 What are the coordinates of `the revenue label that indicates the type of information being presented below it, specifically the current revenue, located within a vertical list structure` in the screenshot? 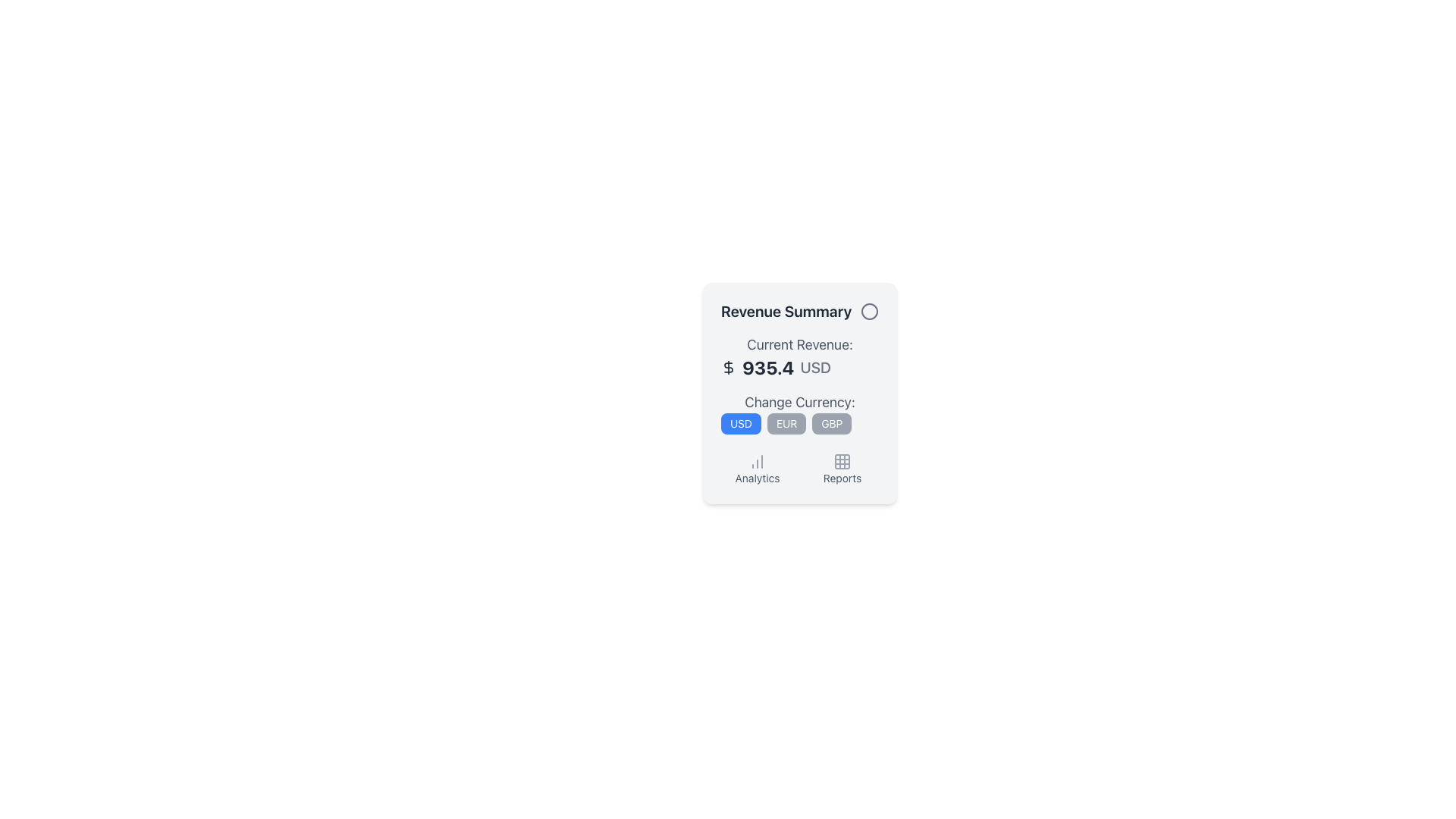 It's located at (799, 345).